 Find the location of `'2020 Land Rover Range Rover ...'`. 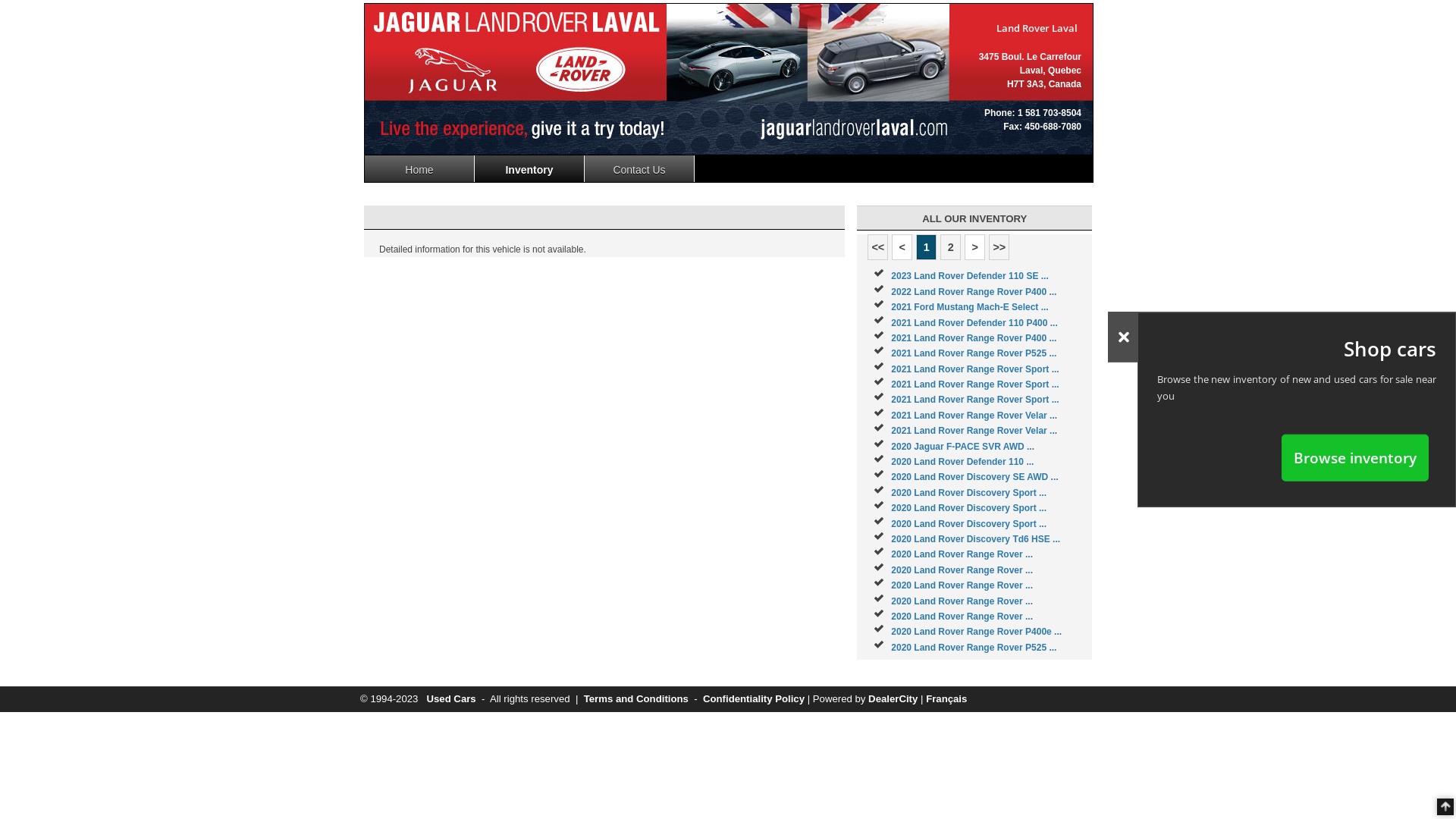

'2020 Land Rover Range Rover ...' is located at coordinates (961, 554).